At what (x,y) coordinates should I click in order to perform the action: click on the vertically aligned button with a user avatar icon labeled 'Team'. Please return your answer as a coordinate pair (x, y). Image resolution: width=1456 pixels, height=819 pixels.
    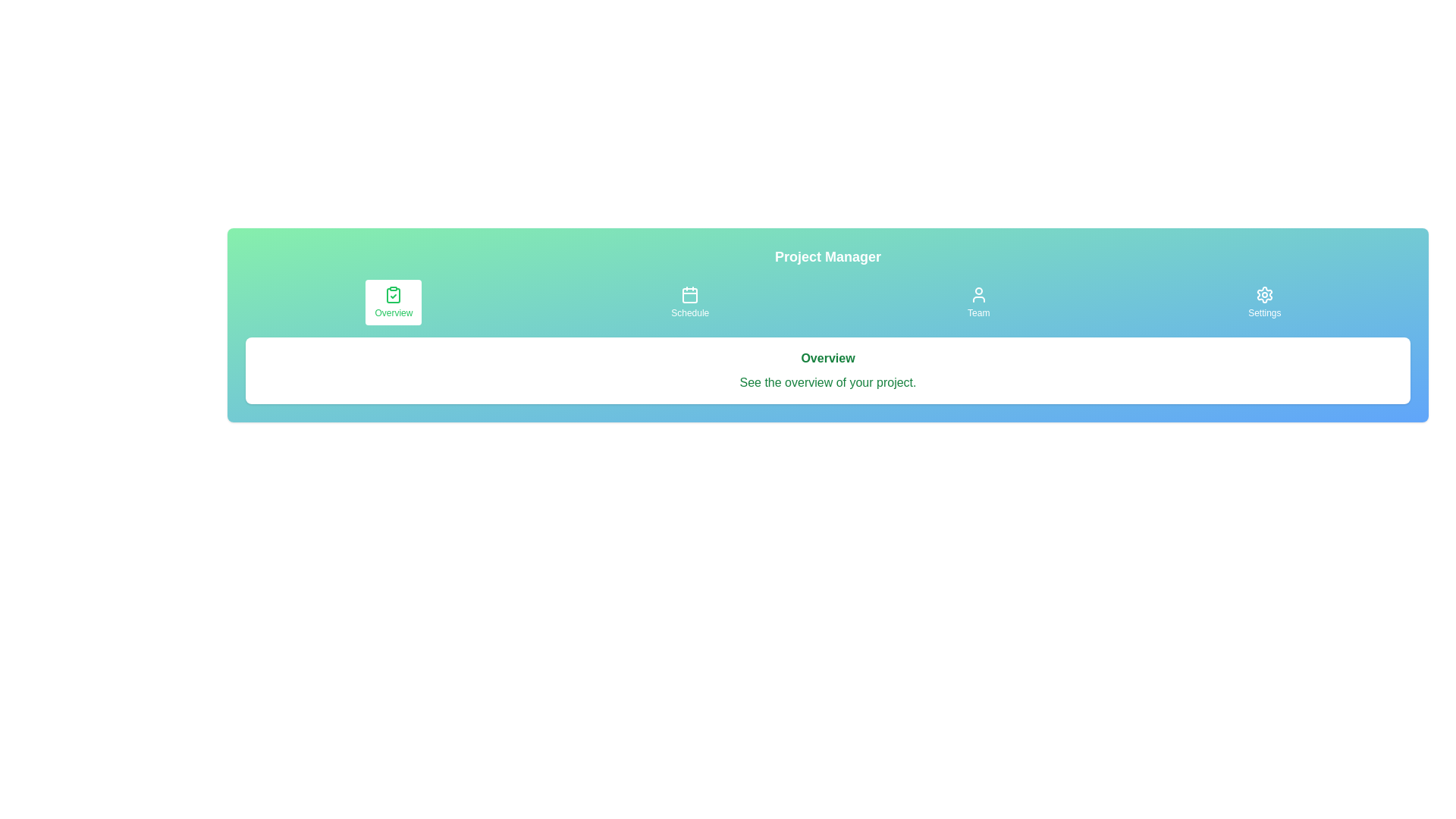
    Looking at the image, I should click on (978, 302).